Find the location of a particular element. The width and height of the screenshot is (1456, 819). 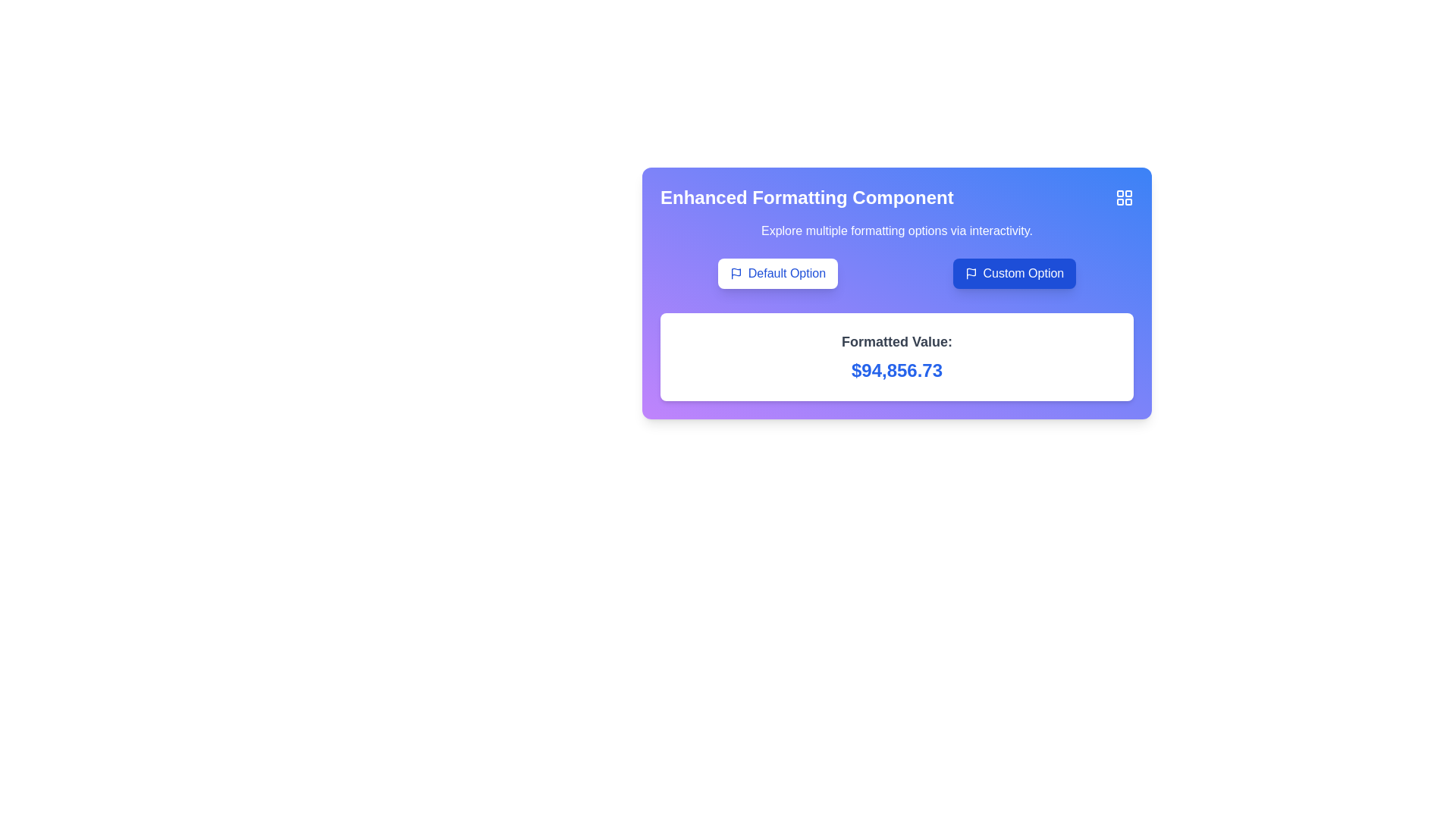

the 'Default Option' button is located at coordinates (786, 274).